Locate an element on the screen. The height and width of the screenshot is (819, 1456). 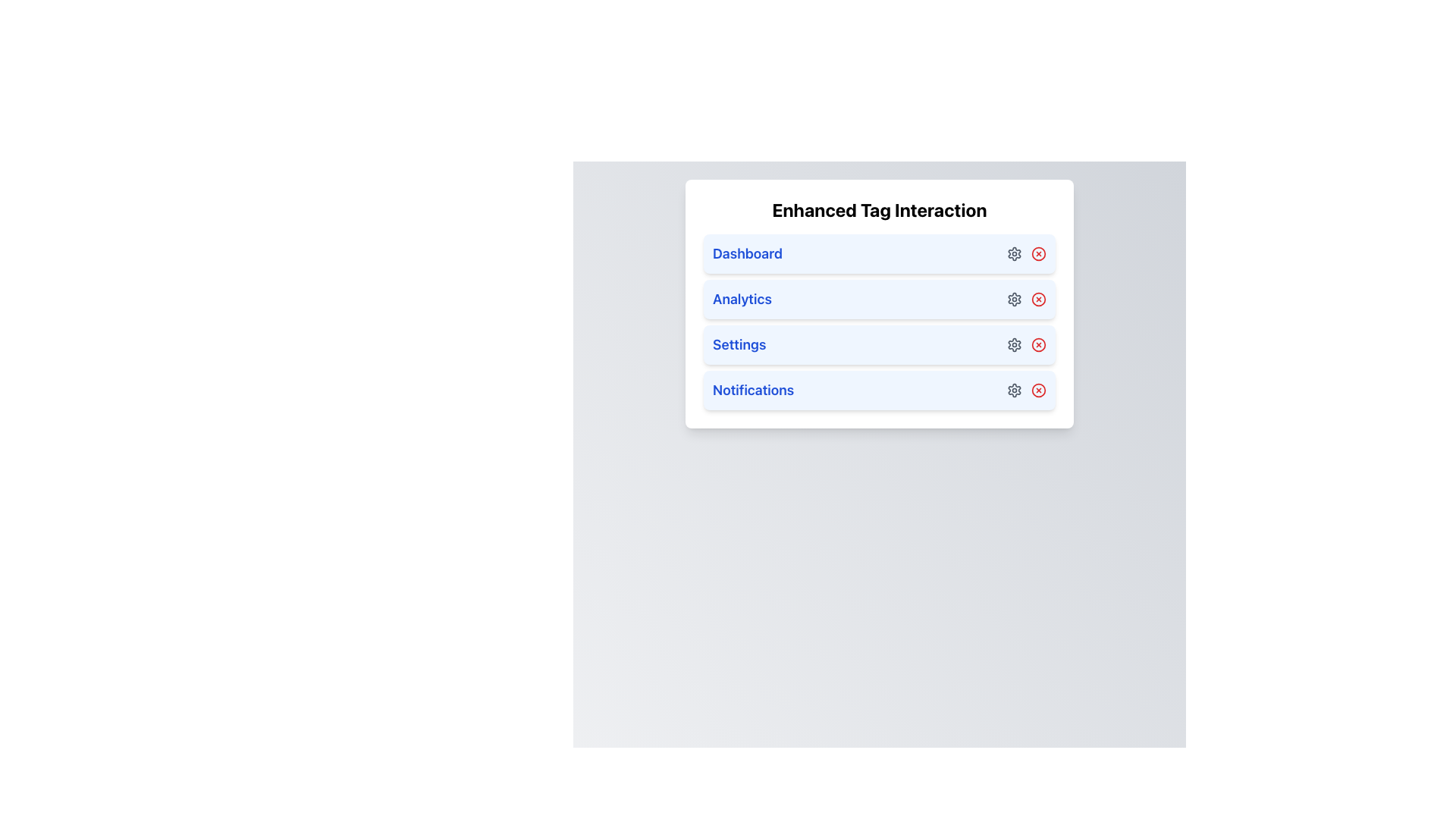
the 'Settings' button, which is the third element in a vertical list of four options, positioned between 'Analytics' above and 'Notifications' below is located at coordinates (880, 345).